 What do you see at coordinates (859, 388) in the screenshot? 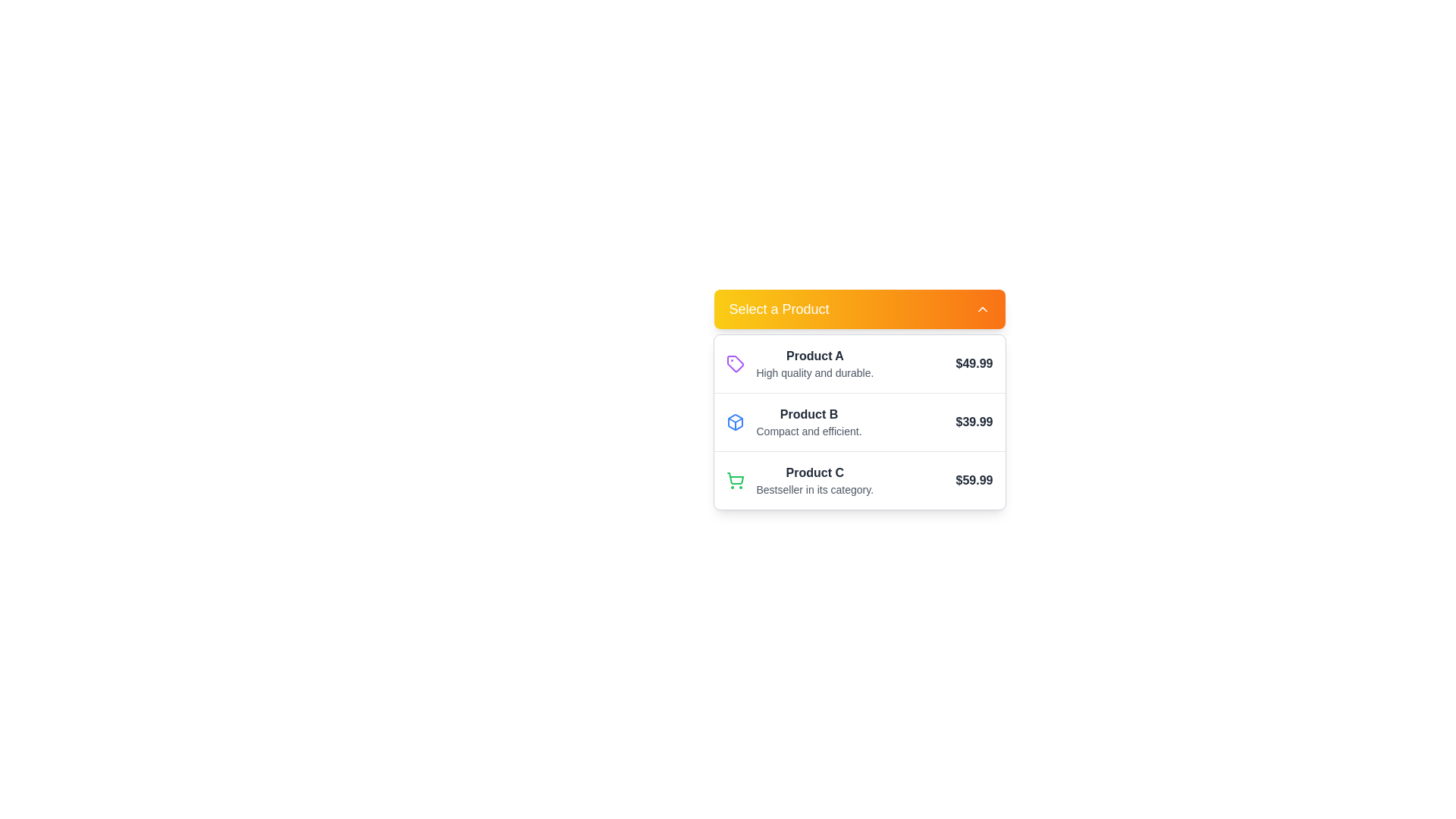
I see `the first product option in the dropdown menu` at bounding box center [859, 388].